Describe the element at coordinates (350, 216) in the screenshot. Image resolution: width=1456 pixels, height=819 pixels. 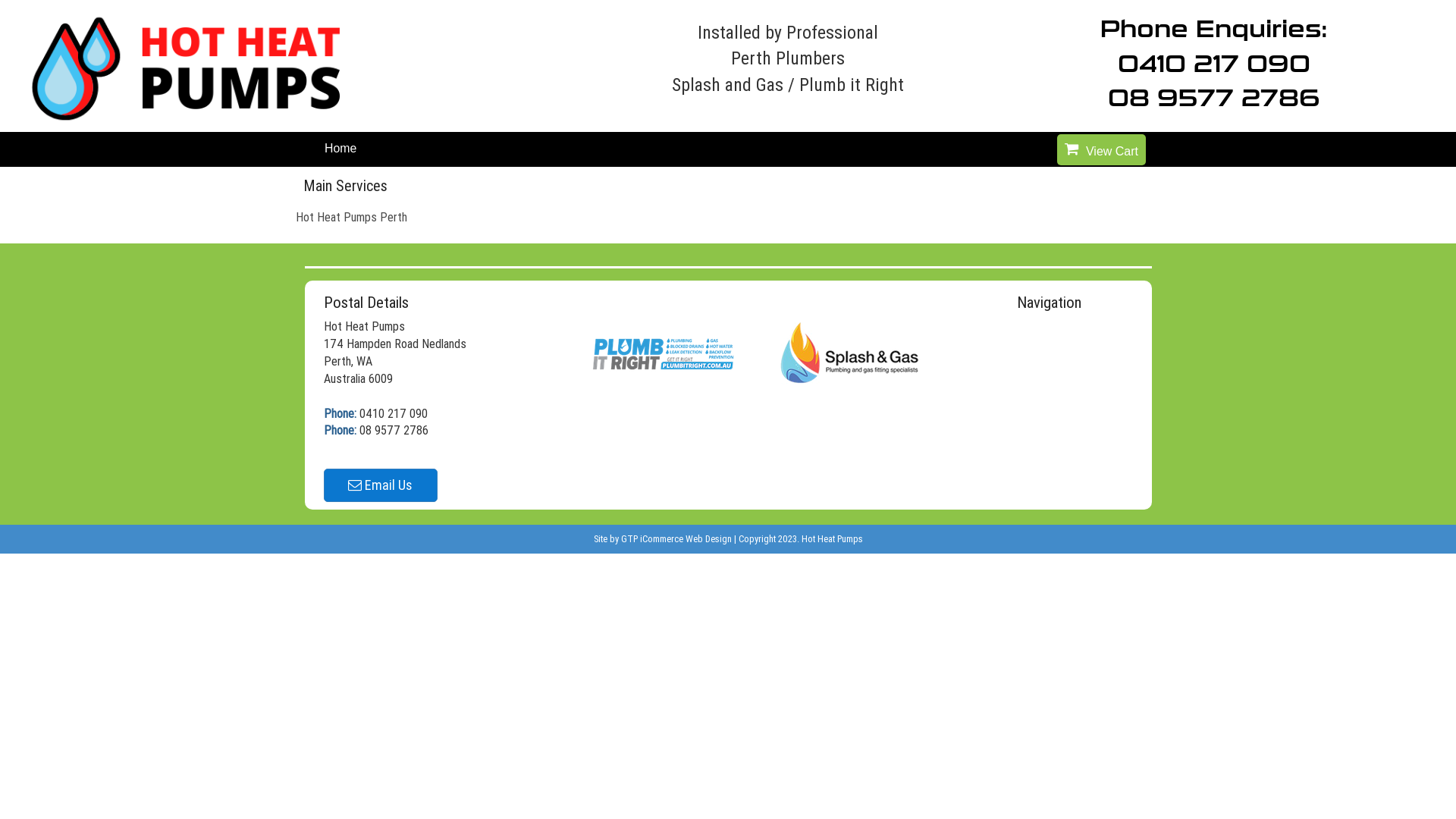
I see `'Hot Heat Pumps Perth'` at that location.